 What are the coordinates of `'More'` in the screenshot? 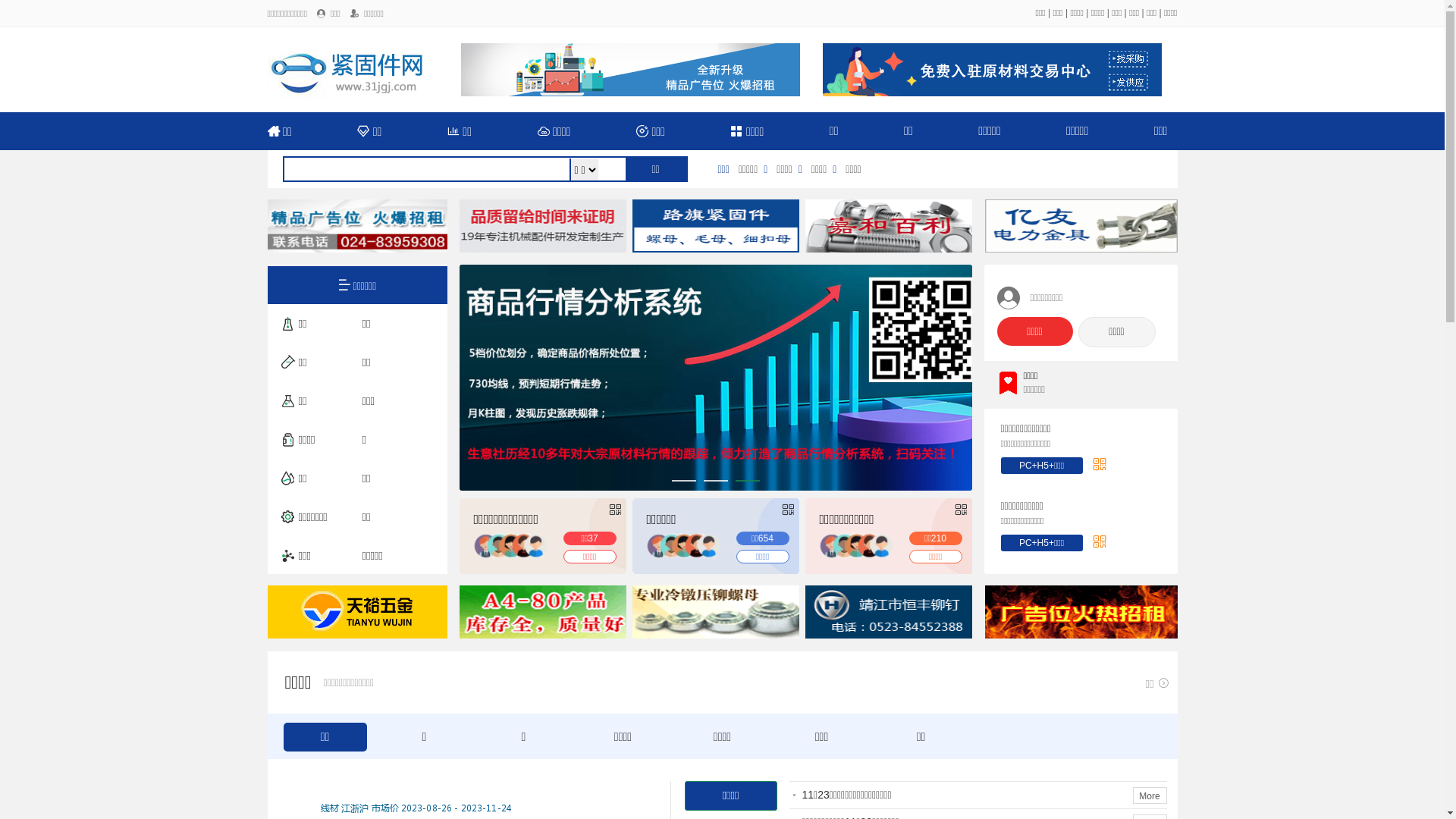 It's located at (1150, 795).